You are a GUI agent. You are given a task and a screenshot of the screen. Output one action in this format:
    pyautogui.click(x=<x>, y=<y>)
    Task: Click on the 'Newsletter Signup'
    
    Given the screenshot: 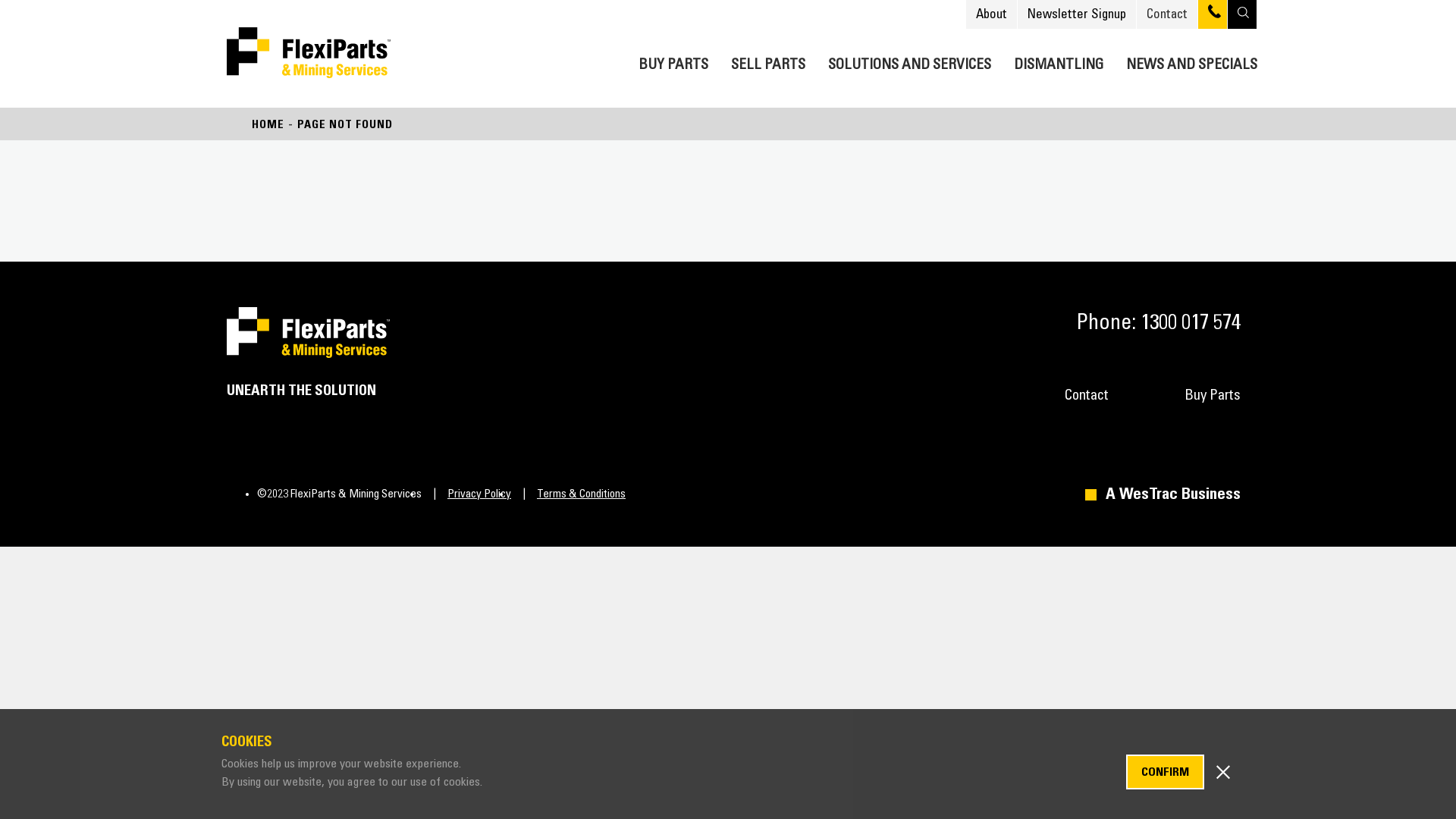 What is the action you would take?
    pyautogui.click(x=1076, y=14)
    